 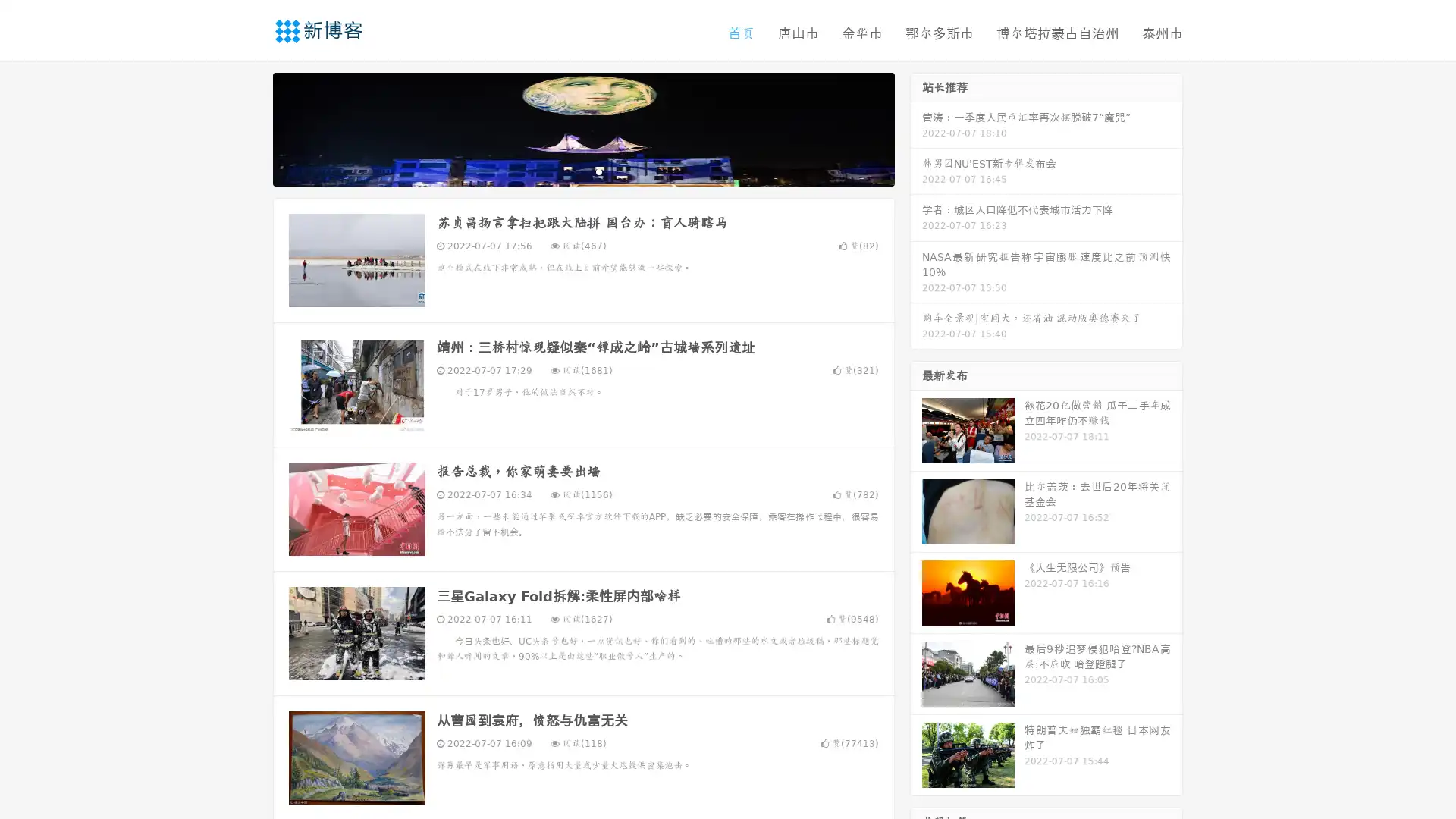 What do you see at coordinates (567, 171) in the screenshot?
I see `Go to slide 1` at bounding box center [567, 171].